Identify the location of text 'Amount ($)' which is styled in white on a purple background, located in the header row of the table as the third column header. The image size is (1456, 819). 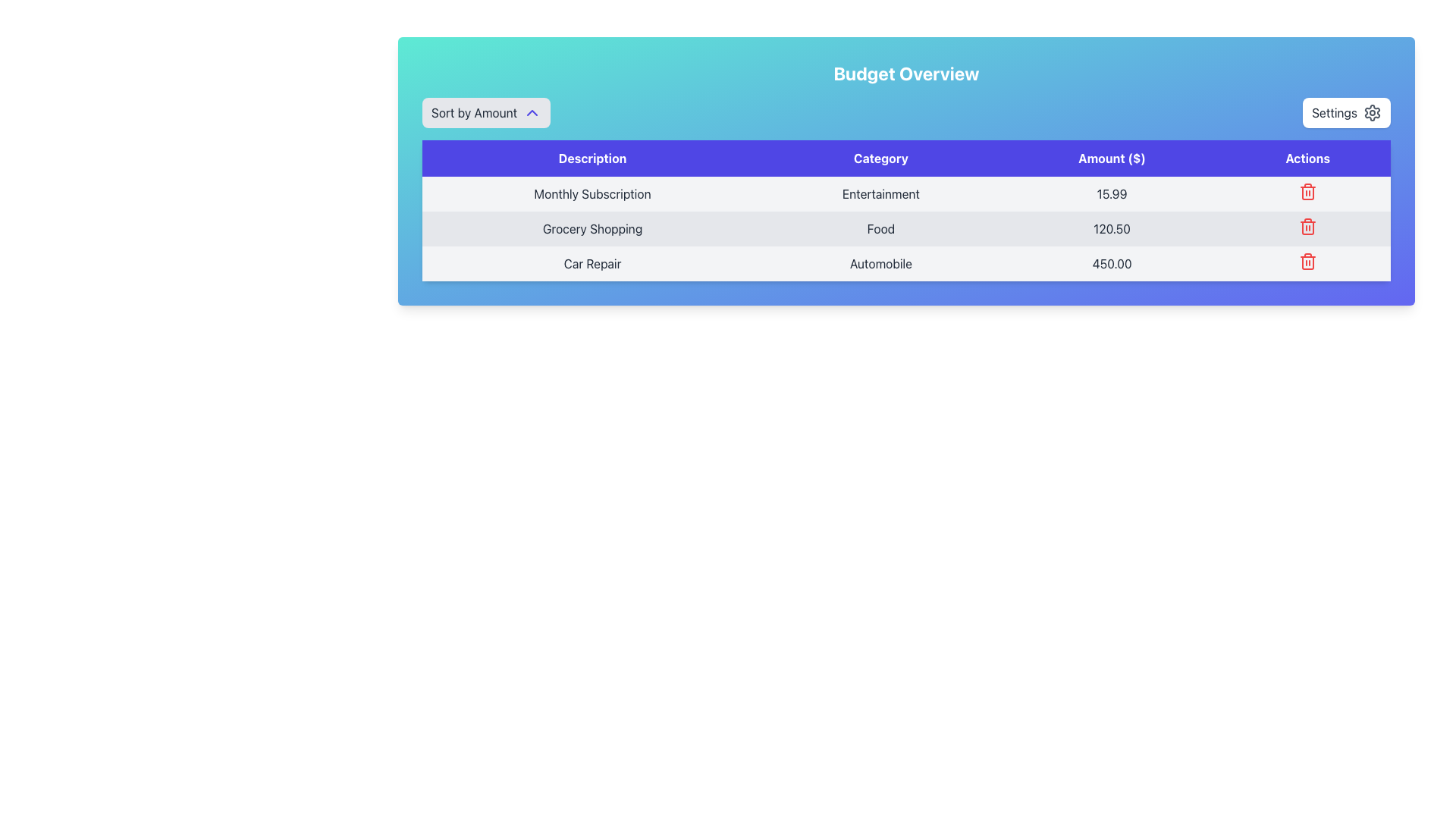
(1112, 158).